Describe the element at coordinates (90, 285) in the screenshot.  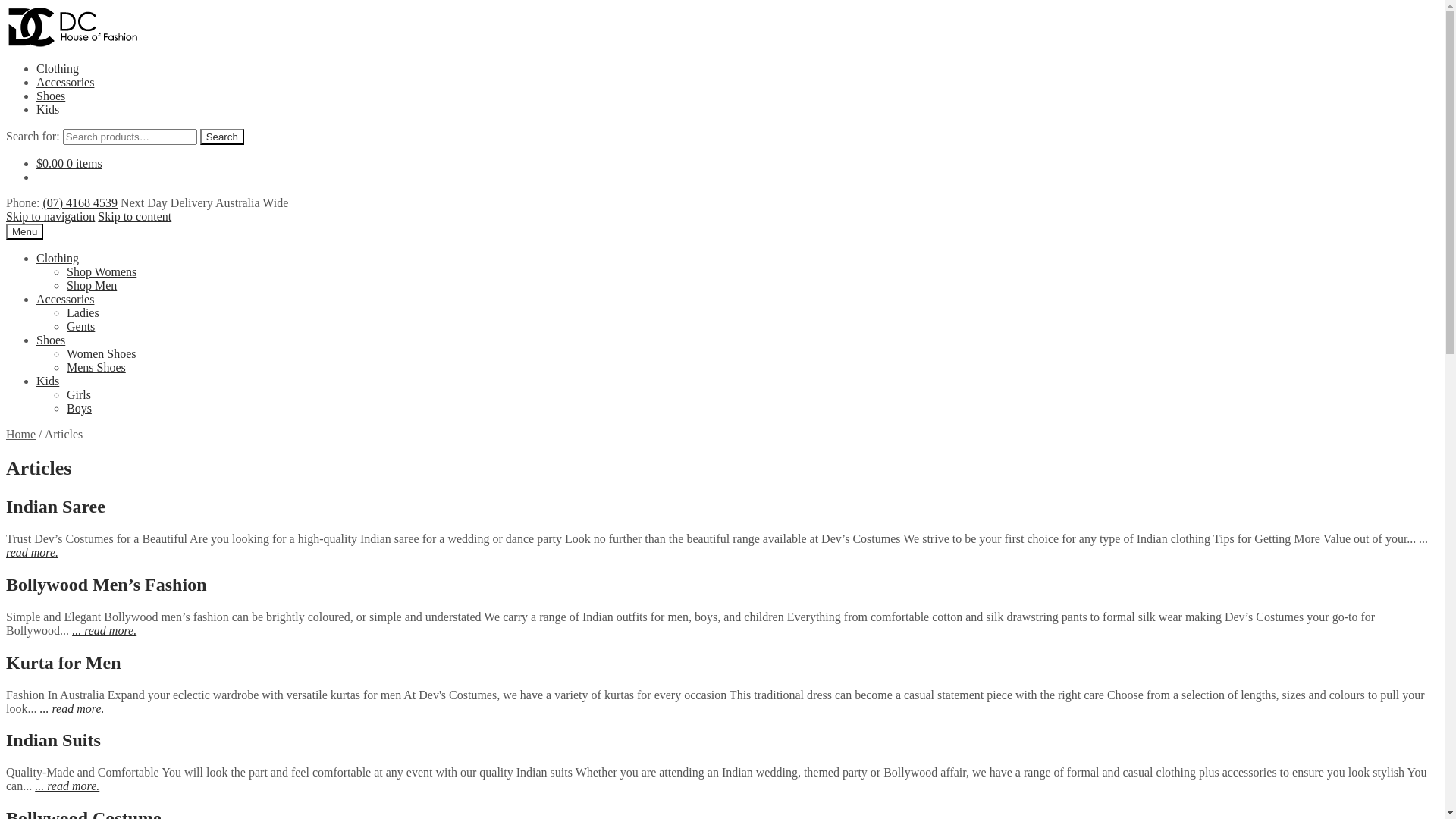
I see `'Shop Men'` at that location.